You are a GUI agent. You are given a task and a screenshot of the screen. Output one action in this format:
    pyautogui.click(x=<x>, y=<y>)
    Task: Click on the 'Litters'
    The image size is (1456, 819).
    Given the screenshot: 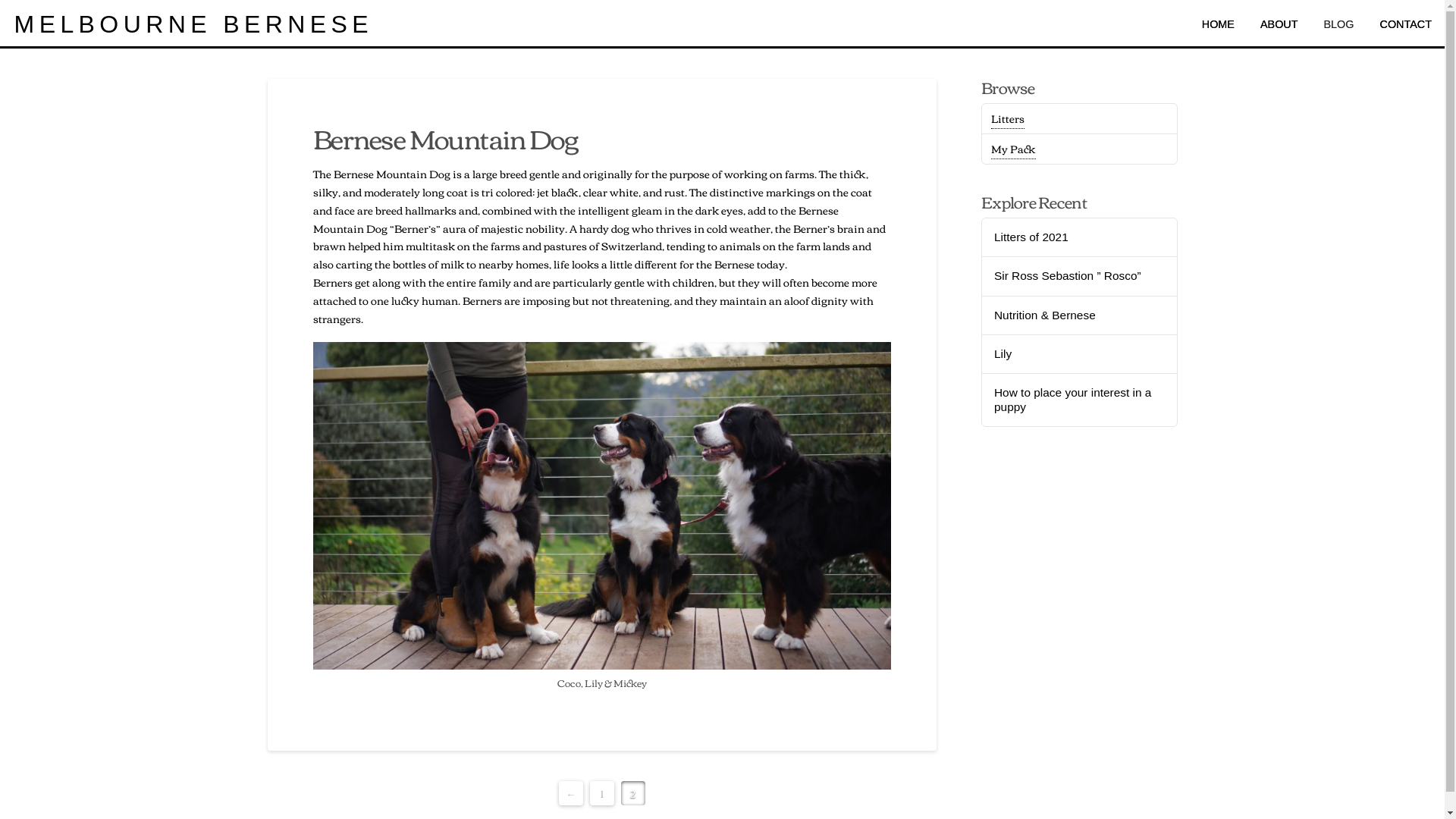 What is the action you would take?
    pyautogui.click(x=1008, y=118)
    